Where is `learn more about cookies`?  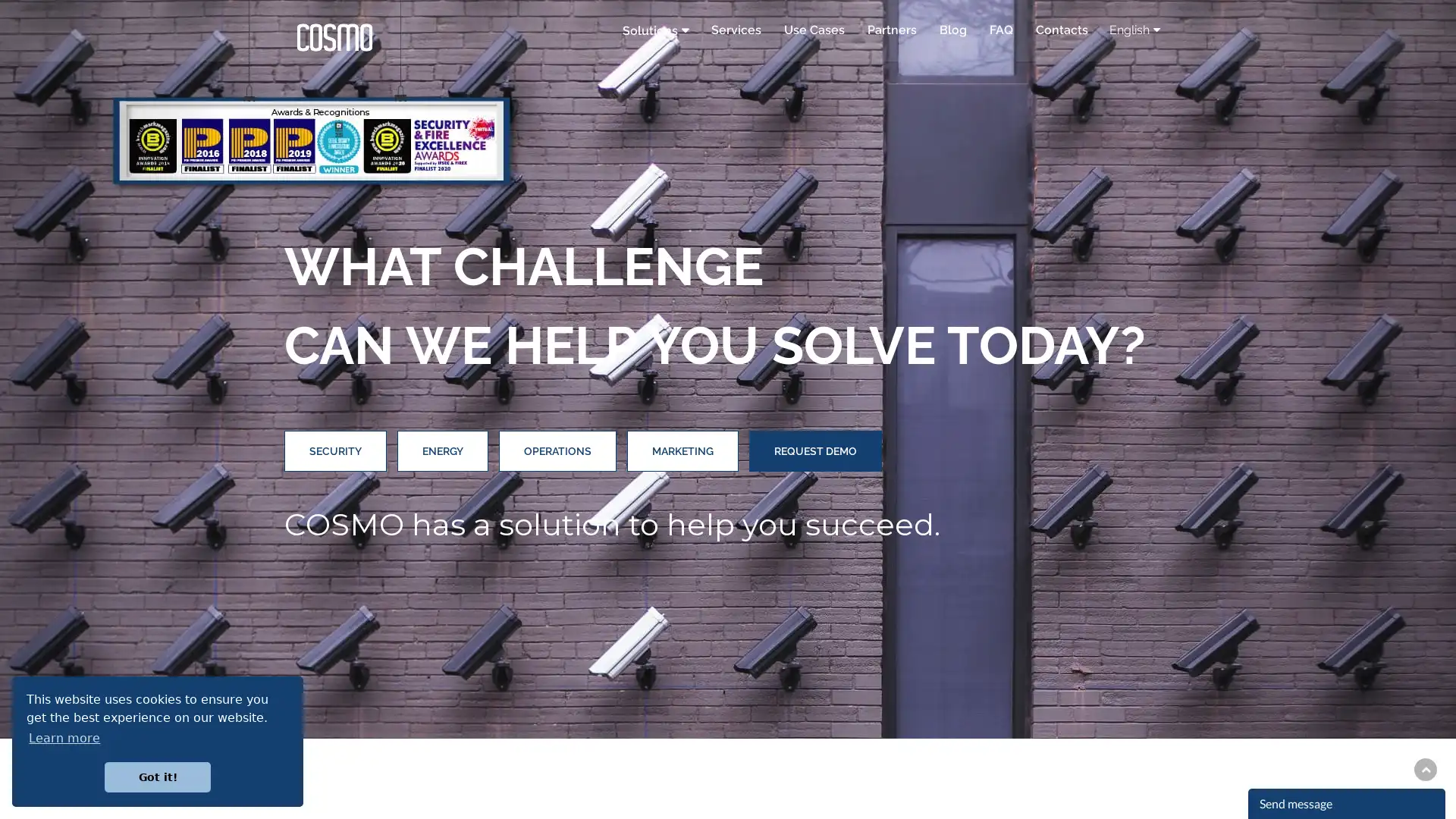
learn more about cookies is located at coordinates (64, 737).